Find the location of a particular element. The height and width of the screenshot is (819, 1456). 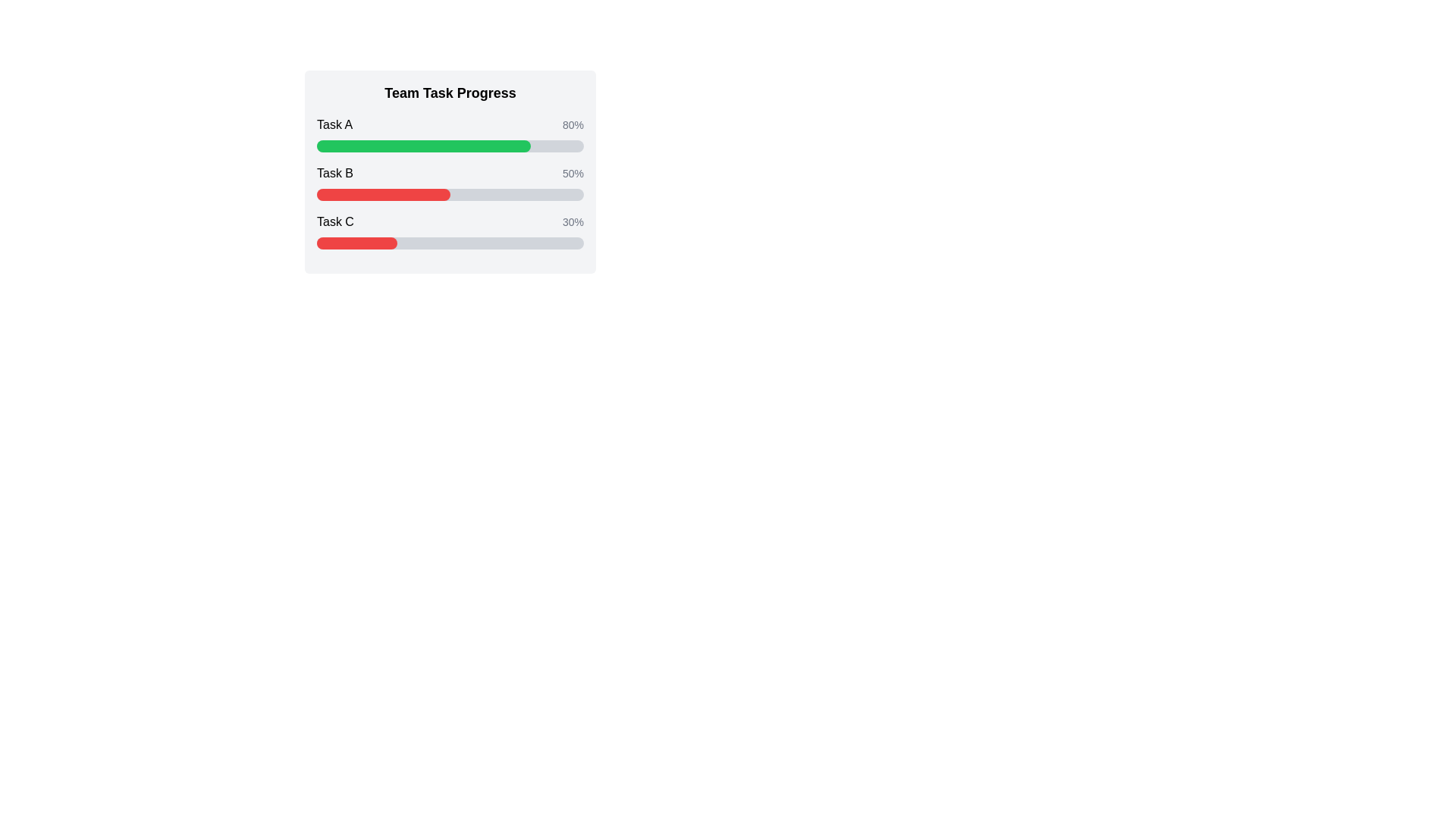

text label identifying 'Task A' located at the top of the task list section, which serves to indicate the corresponding progress bar and percentage indicator is located at coordinates (334, 124).